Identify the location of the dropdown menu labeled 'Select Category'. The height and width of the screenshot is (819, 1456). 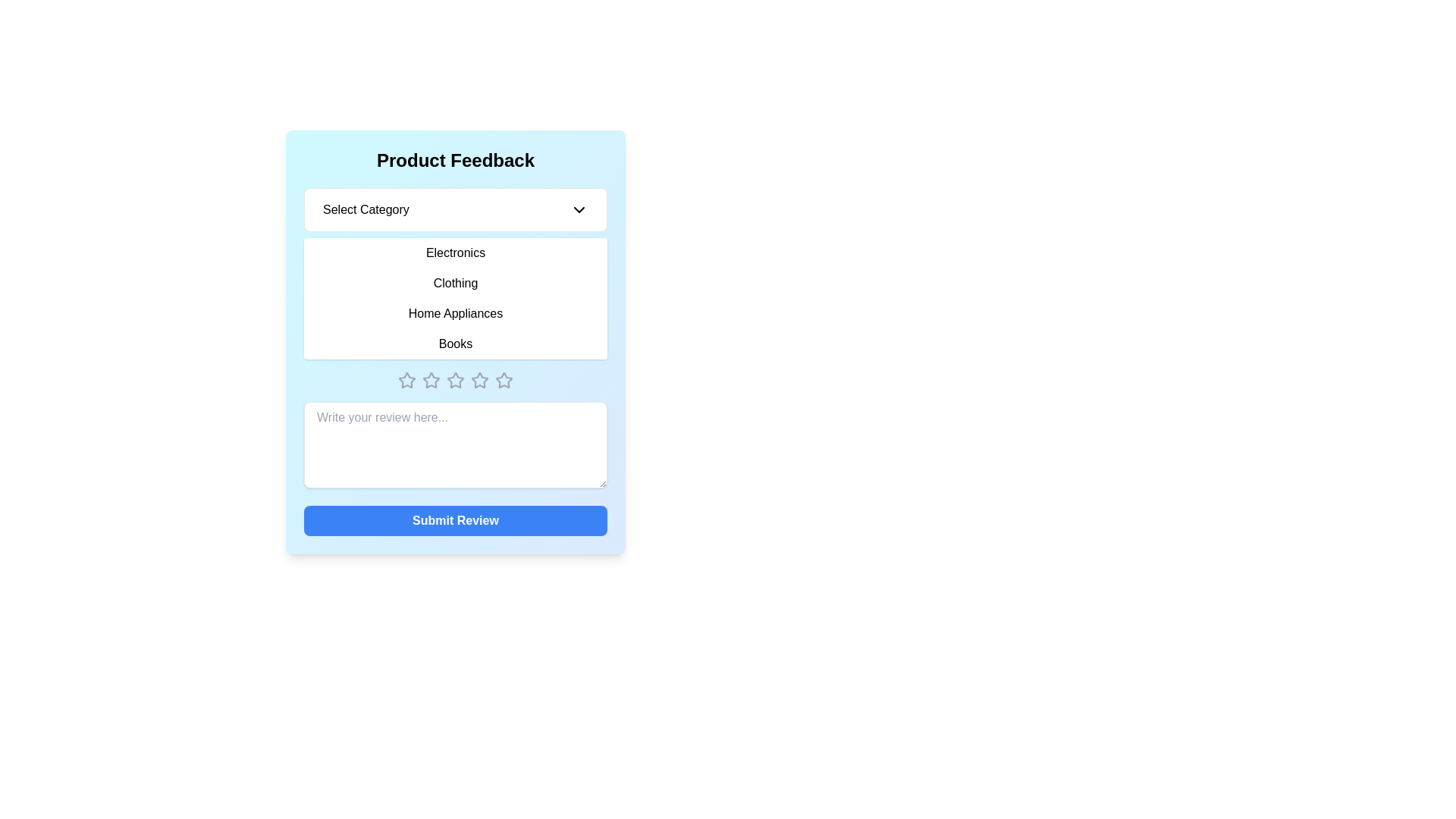
(454, 210).